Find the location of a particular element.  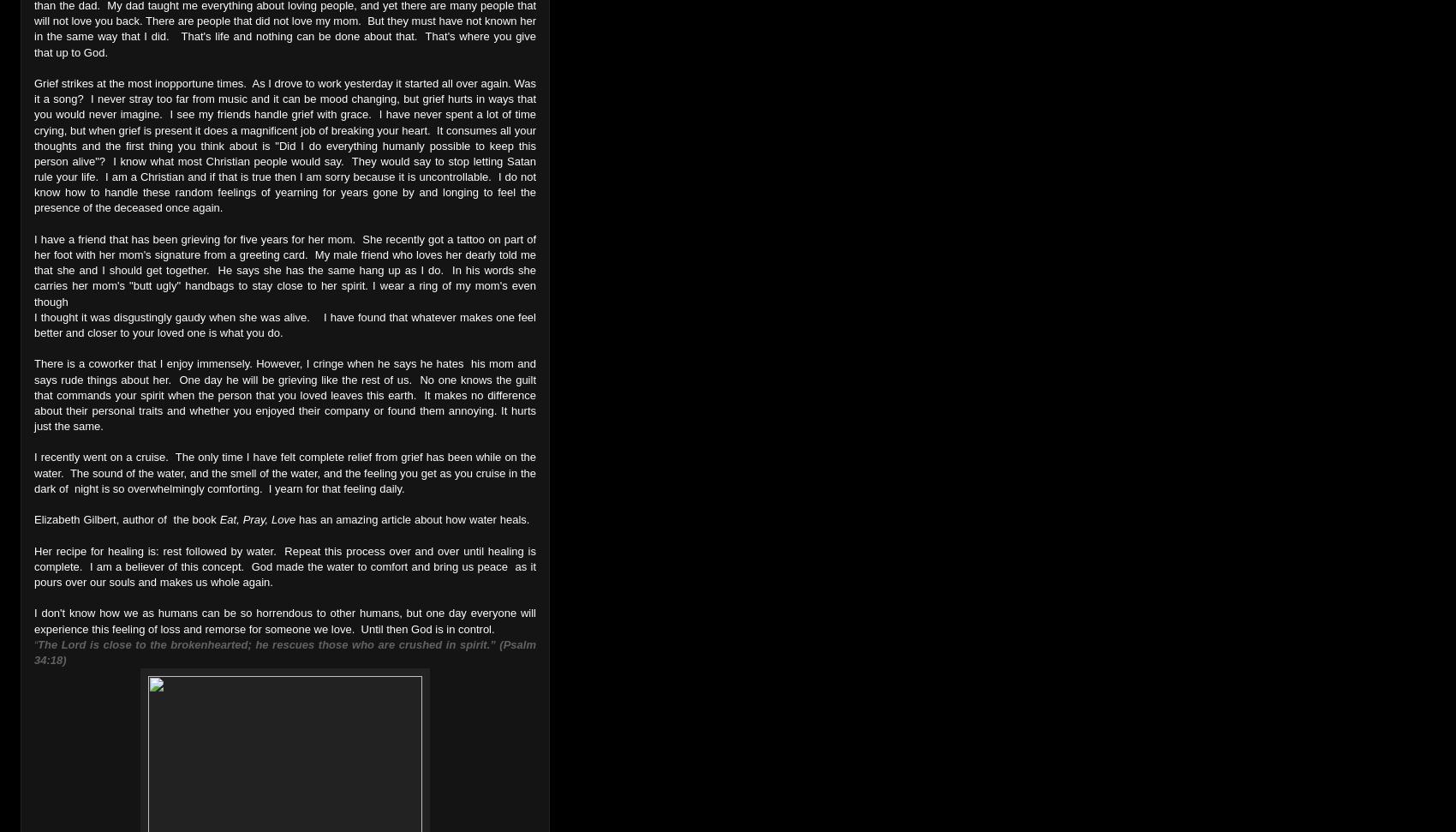

'Her recipe for healing is: rest followed by water.  Repeat this process over and over until healing is complete.  I am a believer of this concept.  God made the water to comfort and bring us peace  as it pours over our souls and makes us whole again.' is located at coordinates (284, 566).